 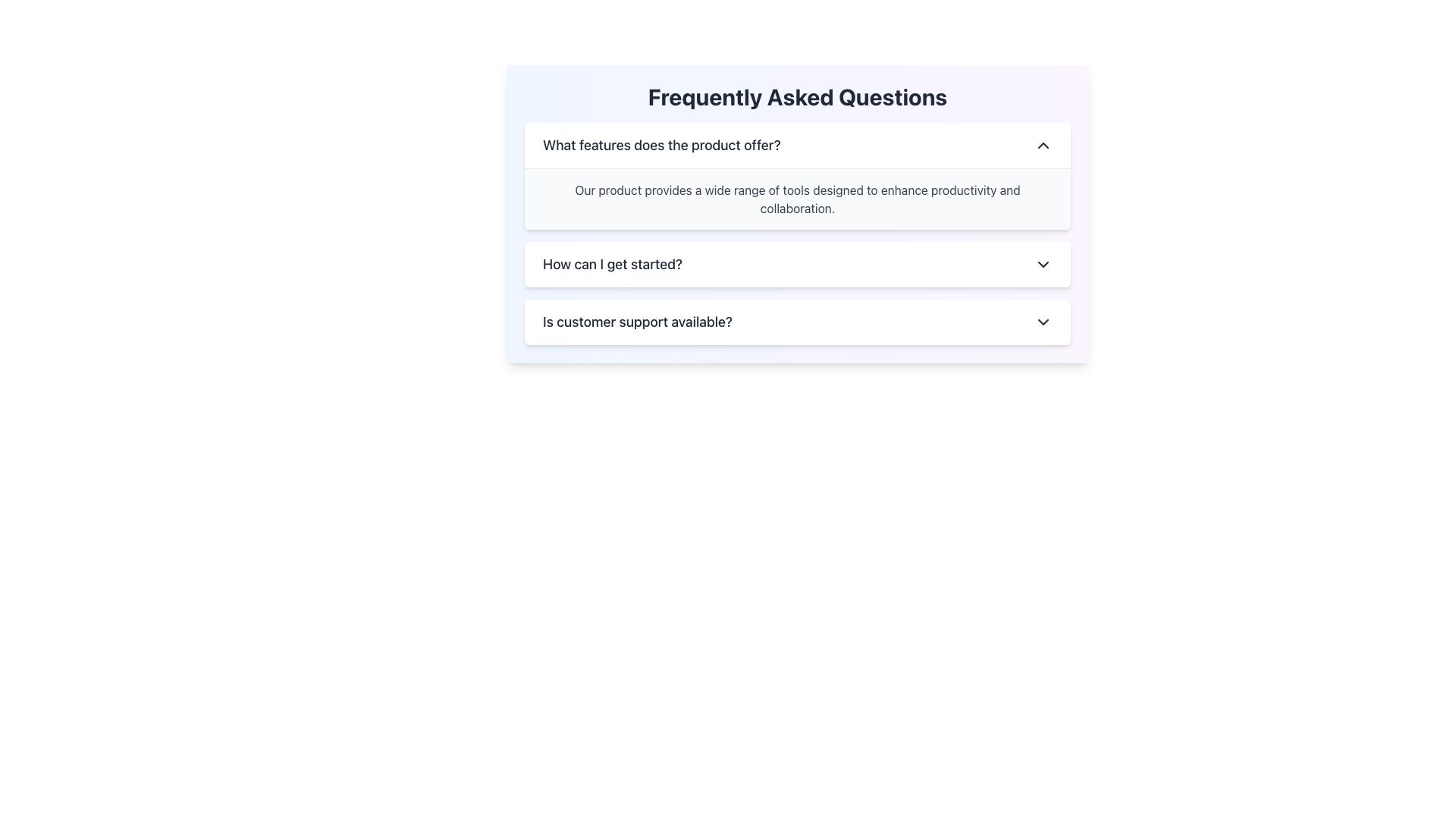 What do you see at coordinates (1043, 263) in the screenshot?
I see `the downward-pointing chevron icon located at the right end of the 'How can I get started?' button` at bounding box center [1043, 263].